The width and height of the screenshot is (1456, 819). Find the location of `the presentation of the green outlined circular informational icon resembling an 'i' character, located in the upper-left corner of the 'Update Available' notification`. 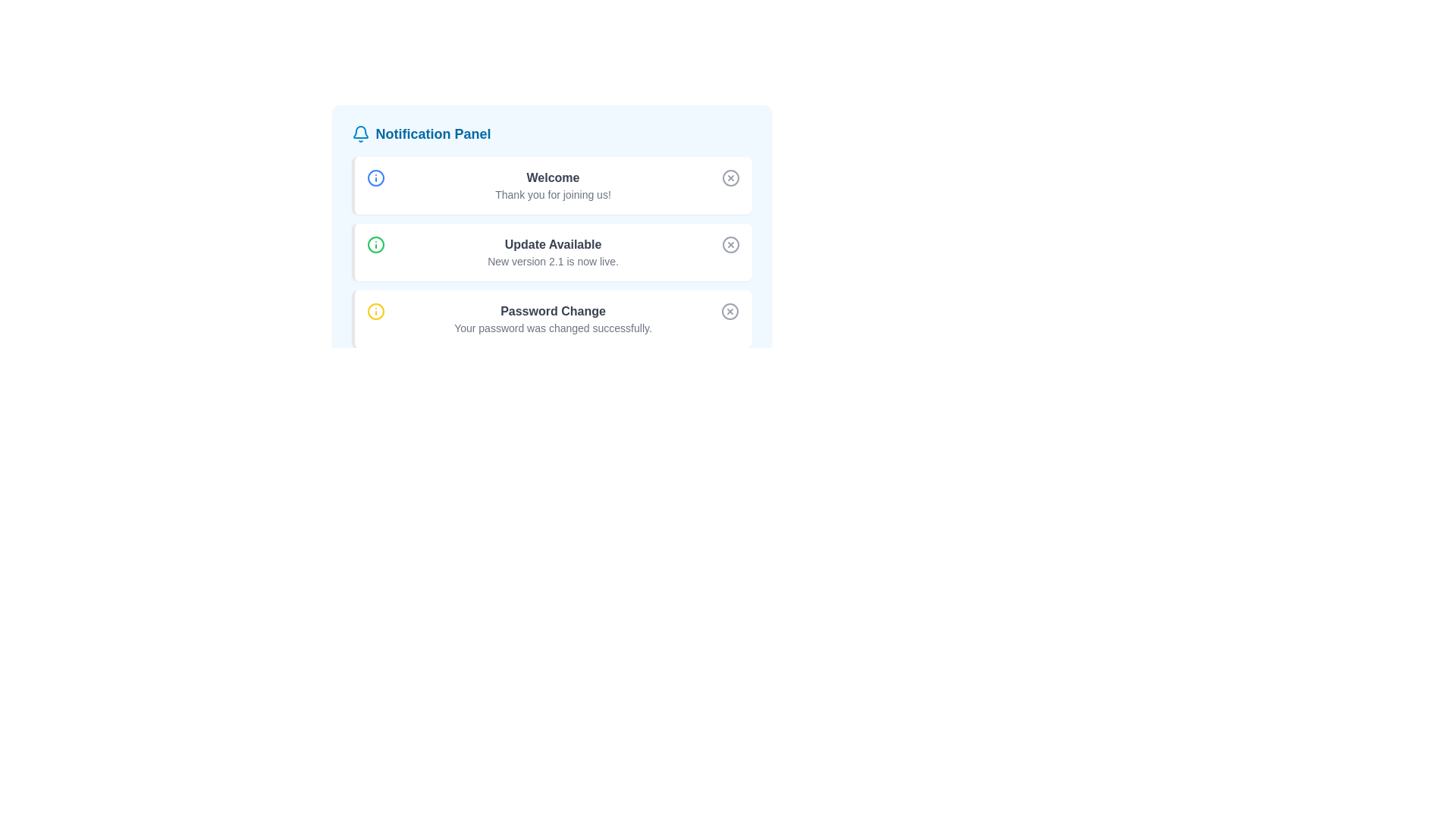

the presentation of the green outlined circular informational icon resembling an 'i' character, located in the upper-left corner of the 'Update Available' notification is located at coordinates (375, 244).